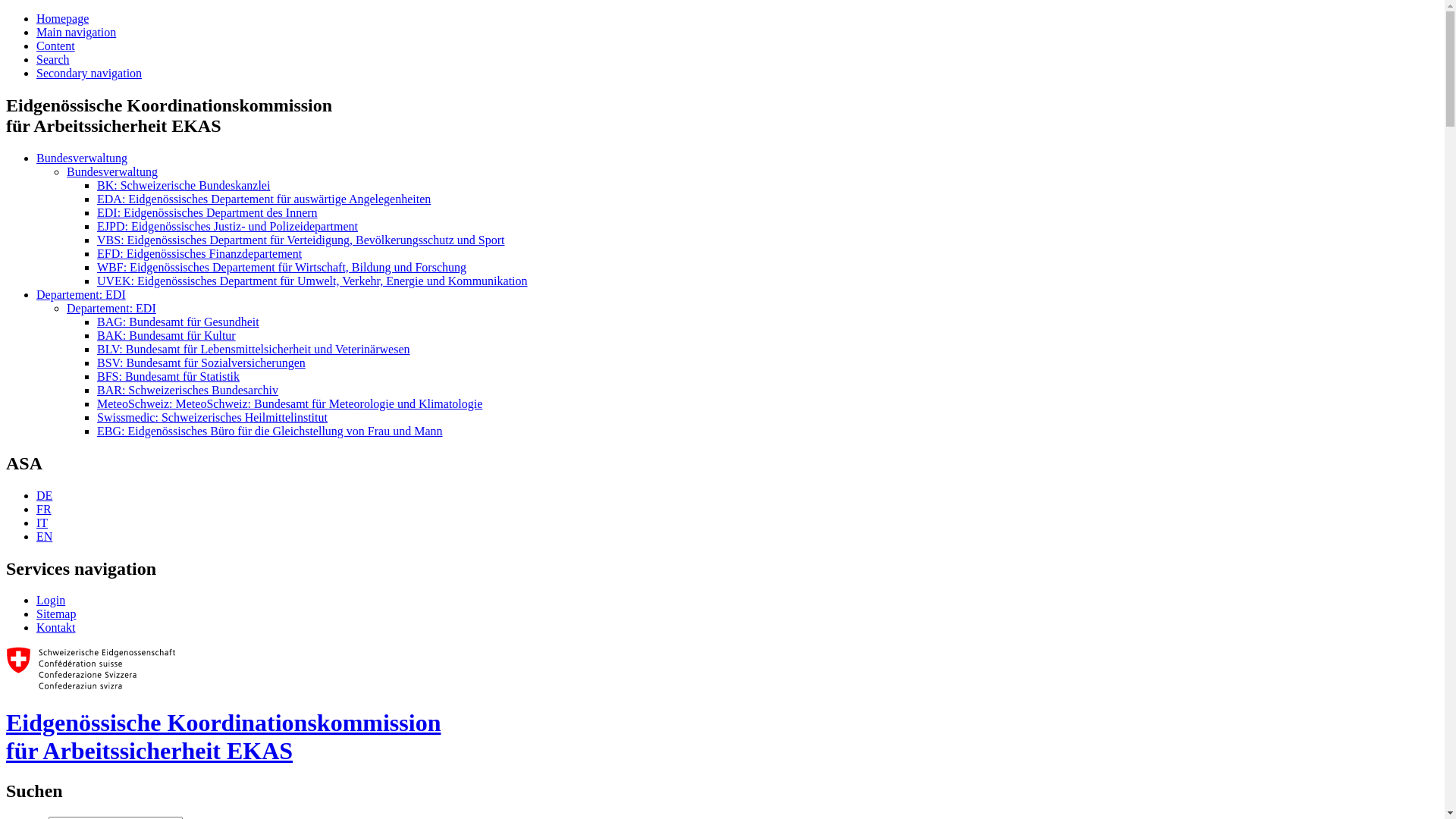 The width and height of the screenshot is (1456, 819). What do you see at coordinates (182, 184) in the screenshot?
I see `'BK: Schweizerische Bundeskanzlei'` at bounding box center [182, 184].